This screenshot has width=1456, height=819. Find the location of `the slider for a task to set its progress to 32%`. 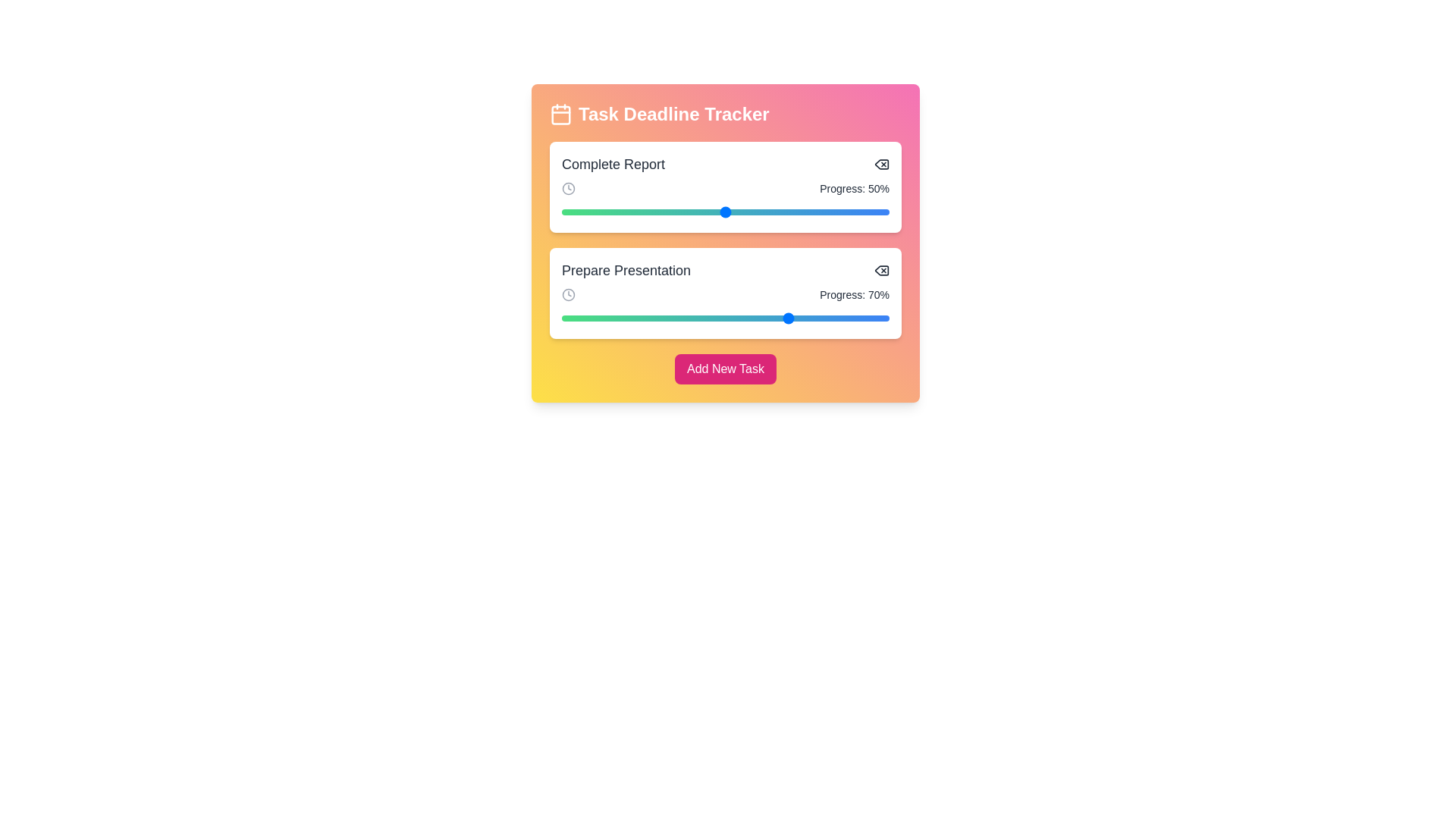

the slider for a task to set its progress to 32% is located at coordinates (667, 212).